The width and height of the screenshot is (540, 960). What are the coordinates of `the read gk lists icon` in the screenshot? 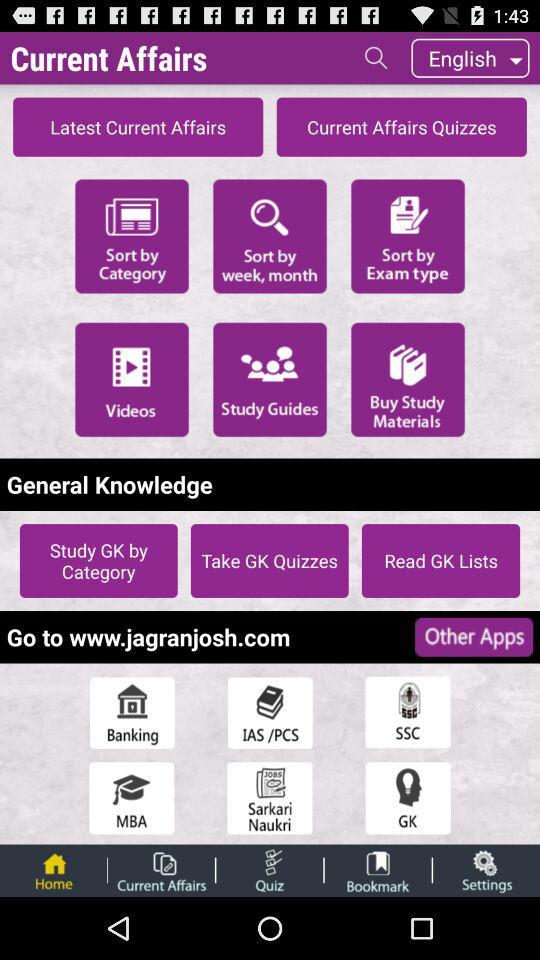 It's located at (441, 560).